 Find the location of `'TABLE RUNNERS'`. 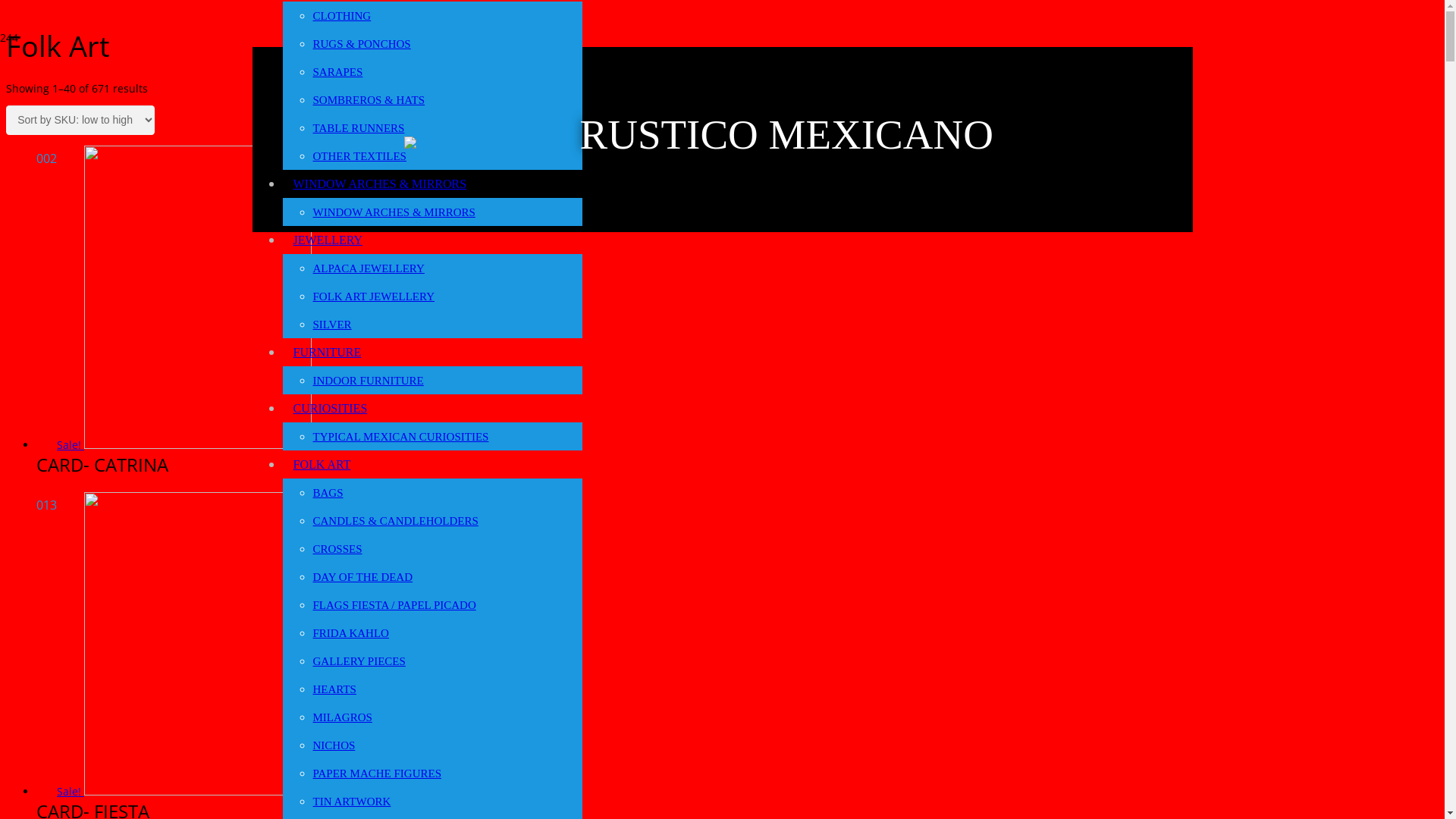

'TABLE RUNNERS' is located at coordinates (357, 127).